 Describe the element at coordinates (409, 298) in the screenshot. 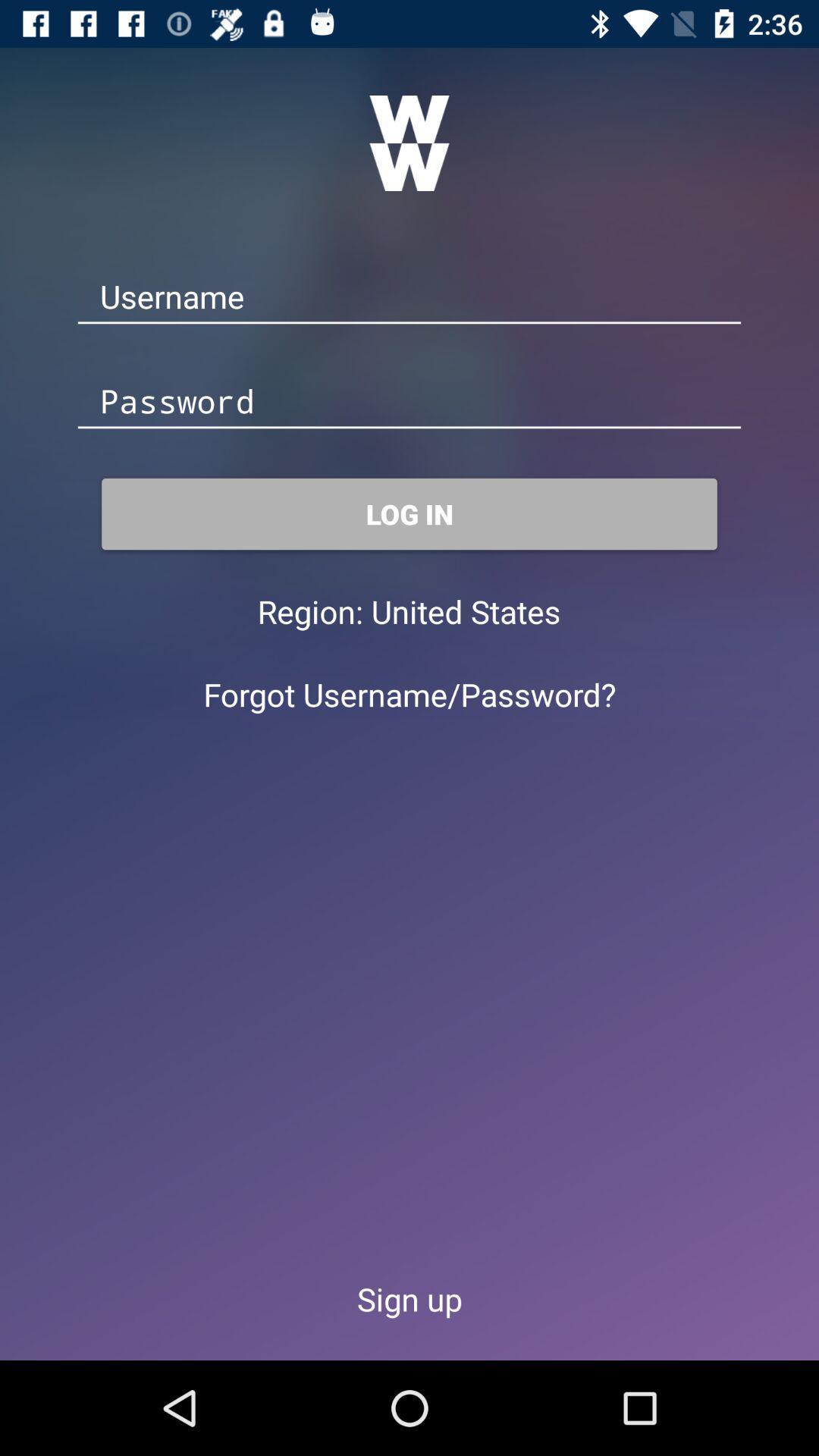

I see `write username` at that location.